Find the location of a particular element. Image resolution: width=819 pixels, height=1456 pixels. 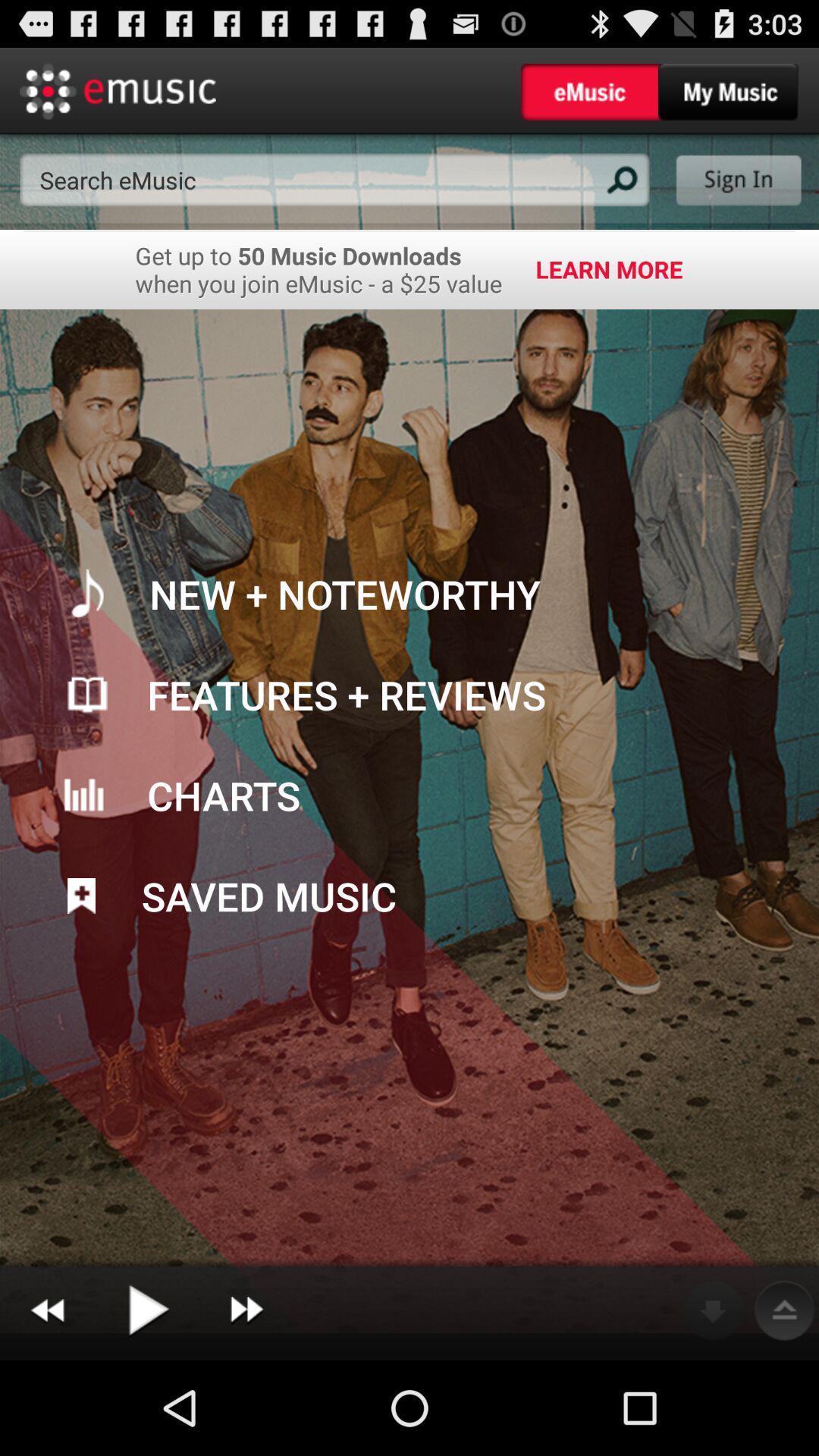

the av_rewind icon is located at coordinates (46, 1402).